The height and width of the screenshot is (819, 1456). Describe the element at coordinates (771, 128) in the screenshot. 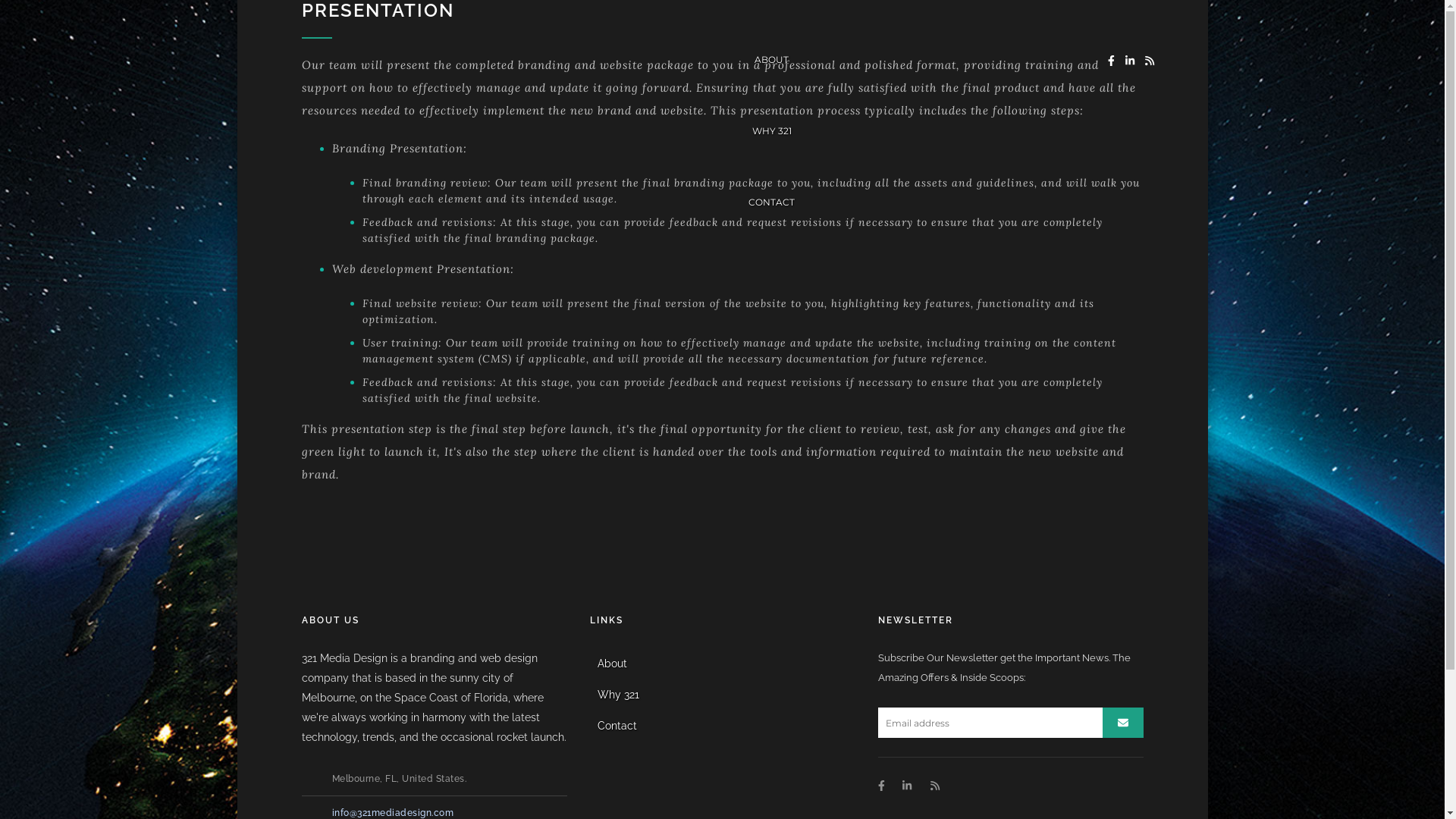

I see `'WHY 321'` at that location.